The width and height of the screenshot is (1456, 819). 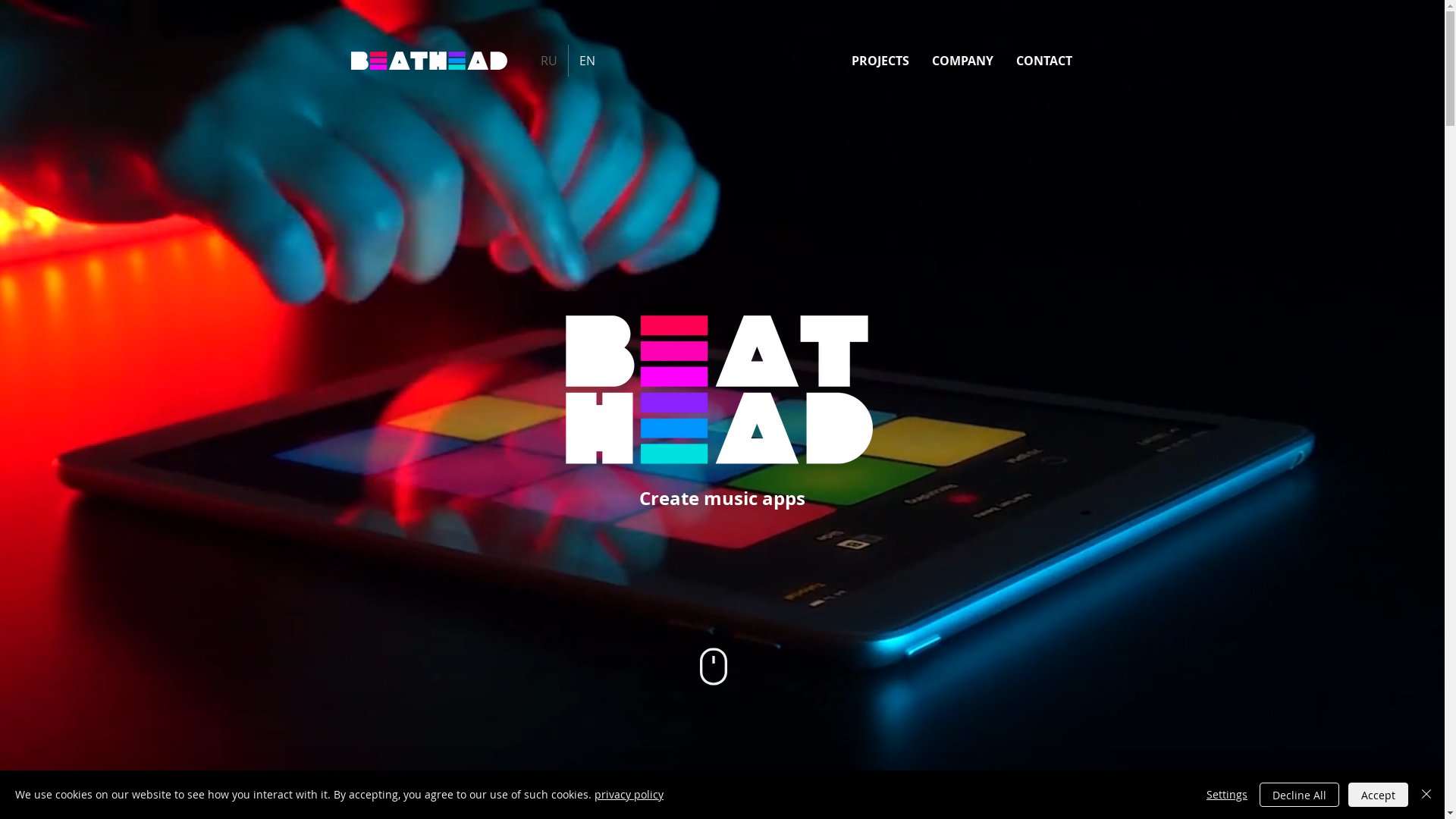 What do you see at coordinates (529, 60) in the screenshot?
I see `'RU'` at bounding box center [529, 60].